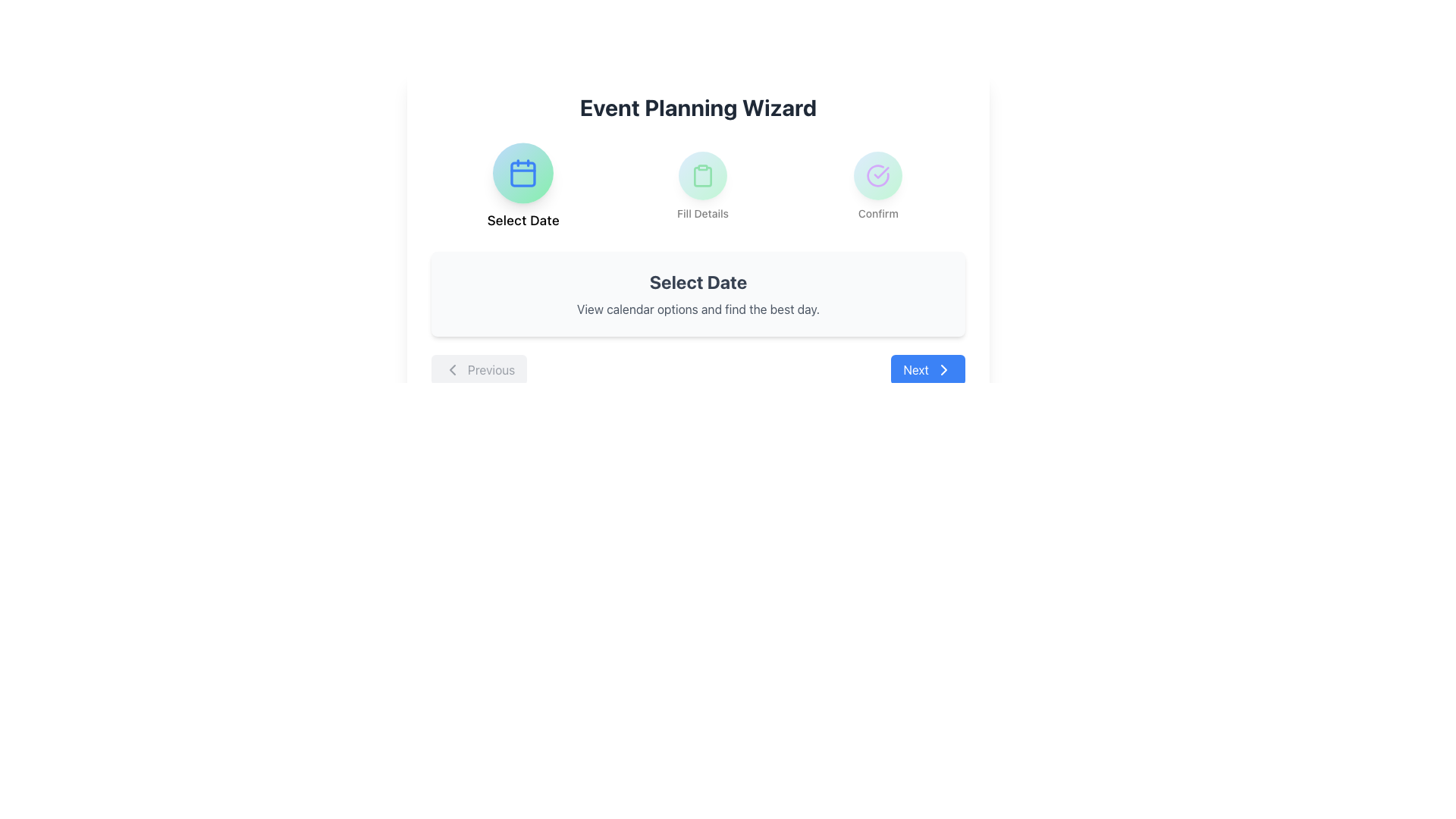  Describe the element at coordinates (878, 186) in the screenshot. I see `the third circular button, located` at that location.